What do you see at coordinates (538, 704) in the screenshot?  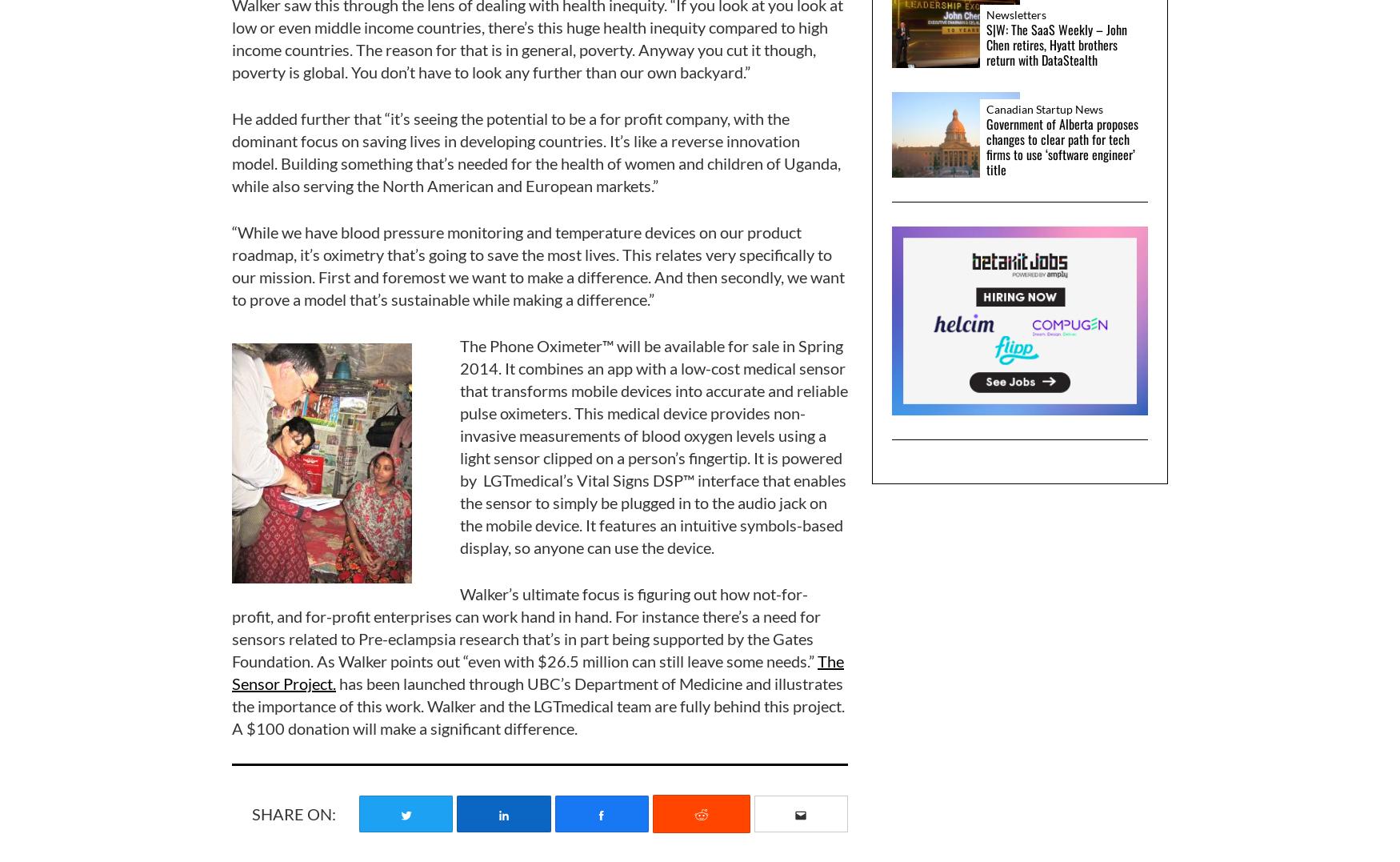 I see `'has been launched through UBC’s Department of Medicine and illustrates the importance of this work. Walker and the LGTmedical team are fully behind this project. A $100 donation will make a significant difference.'` at bounding box center [538, 704].